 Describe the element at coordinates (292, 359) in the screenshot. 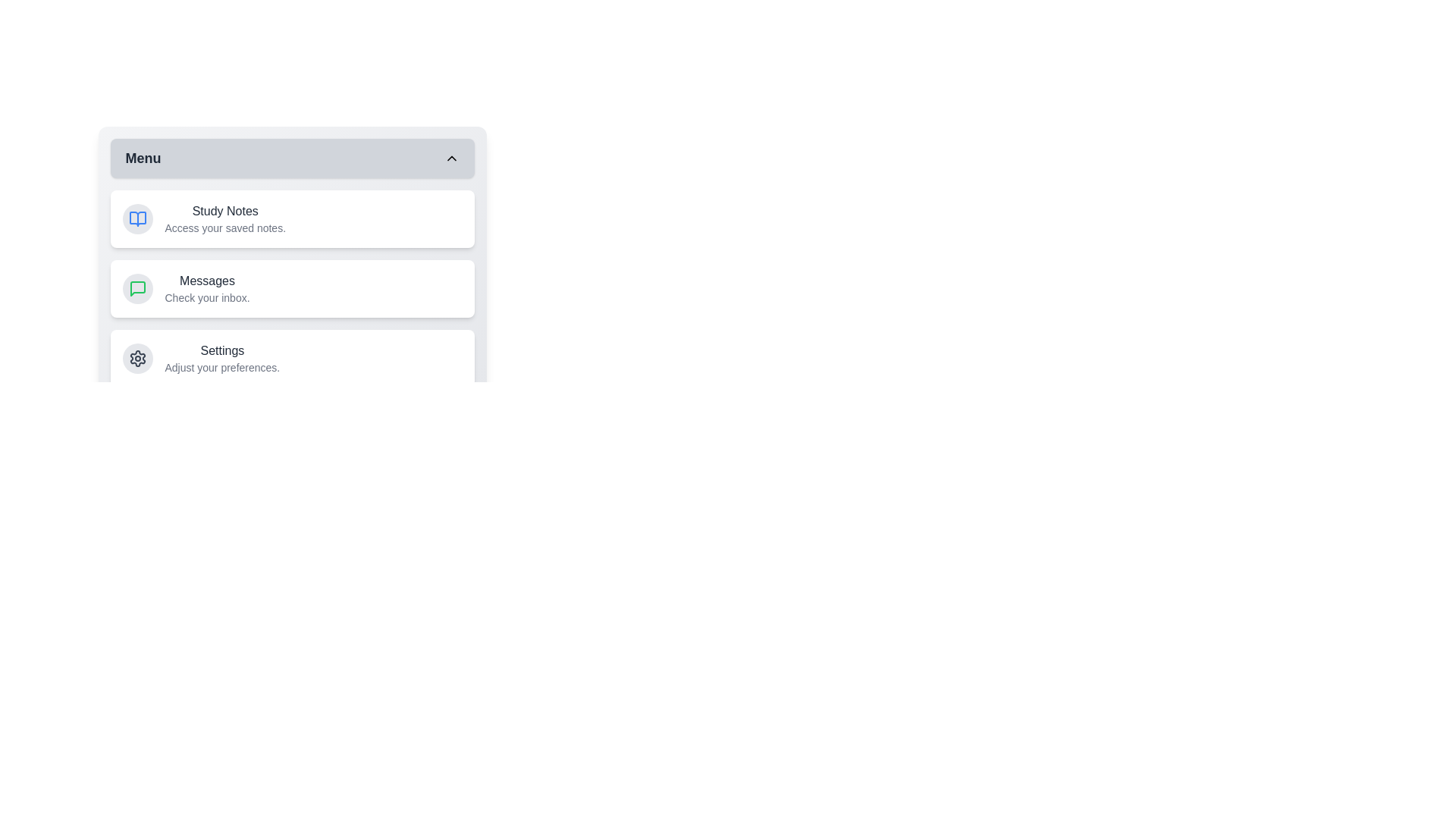

I see `the 'Settings' item in the menu` at that location.